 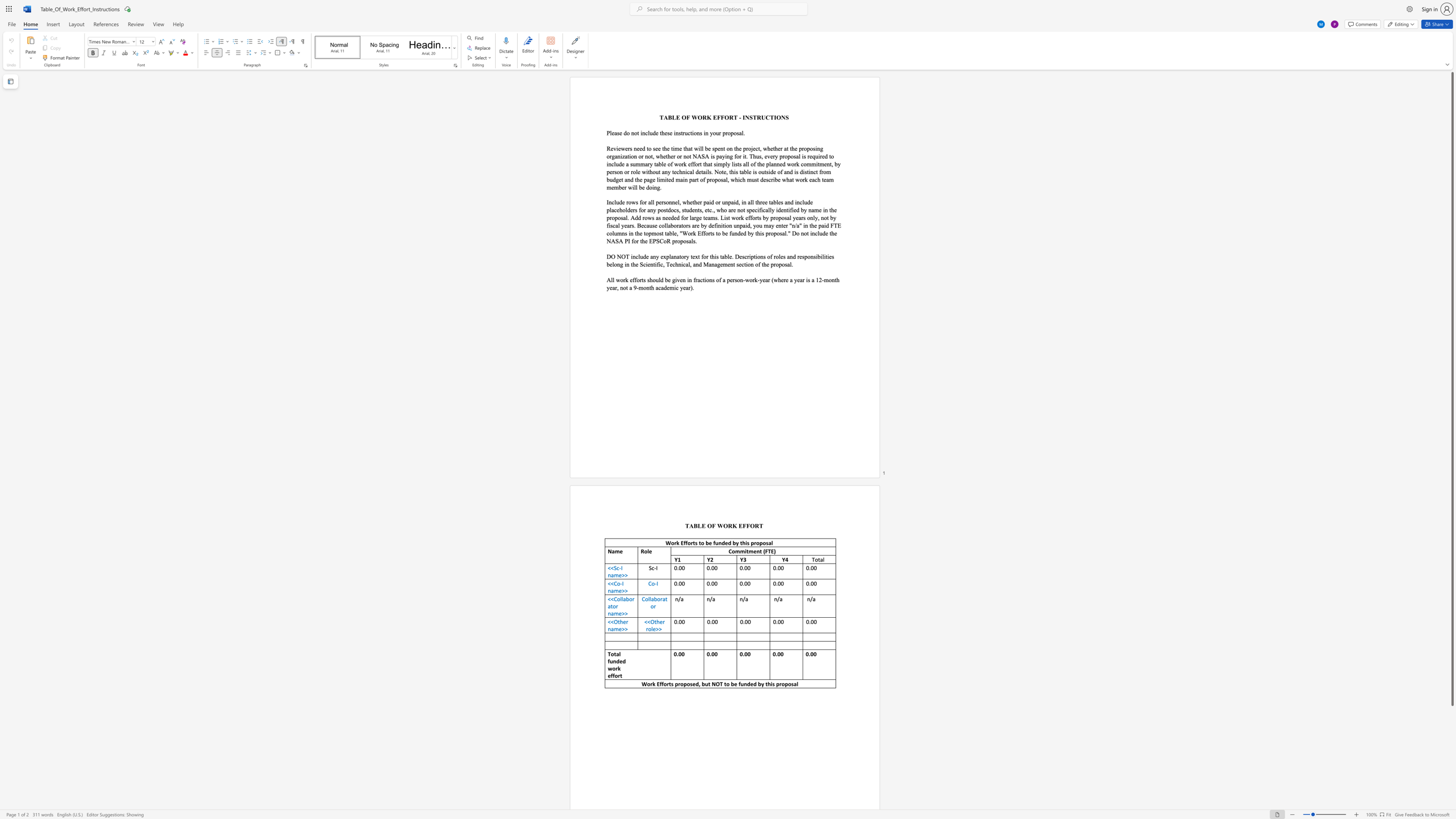 What do you see at coordinates (1451, 795) in the screenshot?
I see `the scrollbar to adjust the page downward` at bounding box center [1451, 795].